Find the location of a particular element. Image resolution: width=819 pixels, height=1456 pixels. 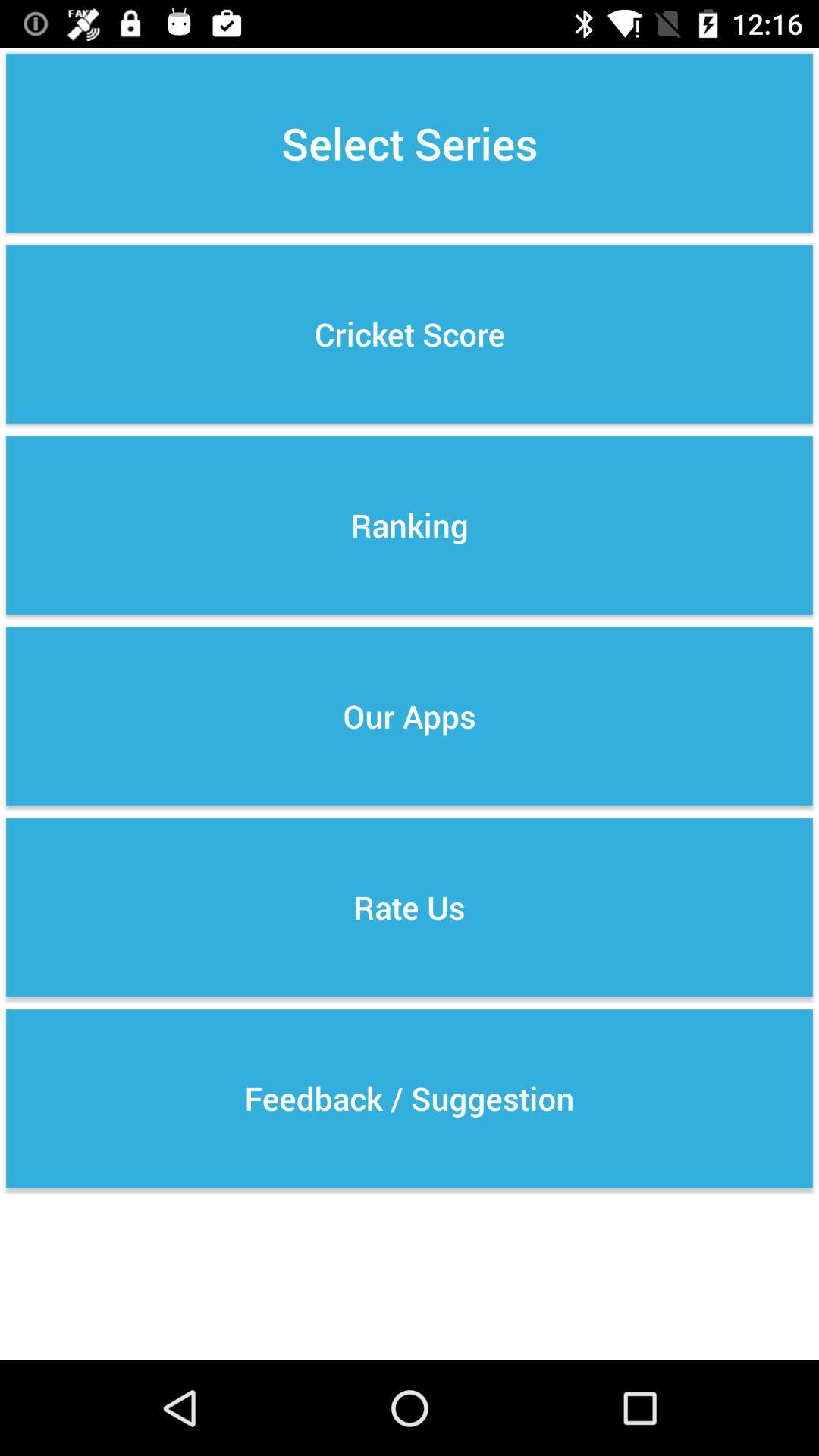

rate us button is located at coordinates (409, 907).